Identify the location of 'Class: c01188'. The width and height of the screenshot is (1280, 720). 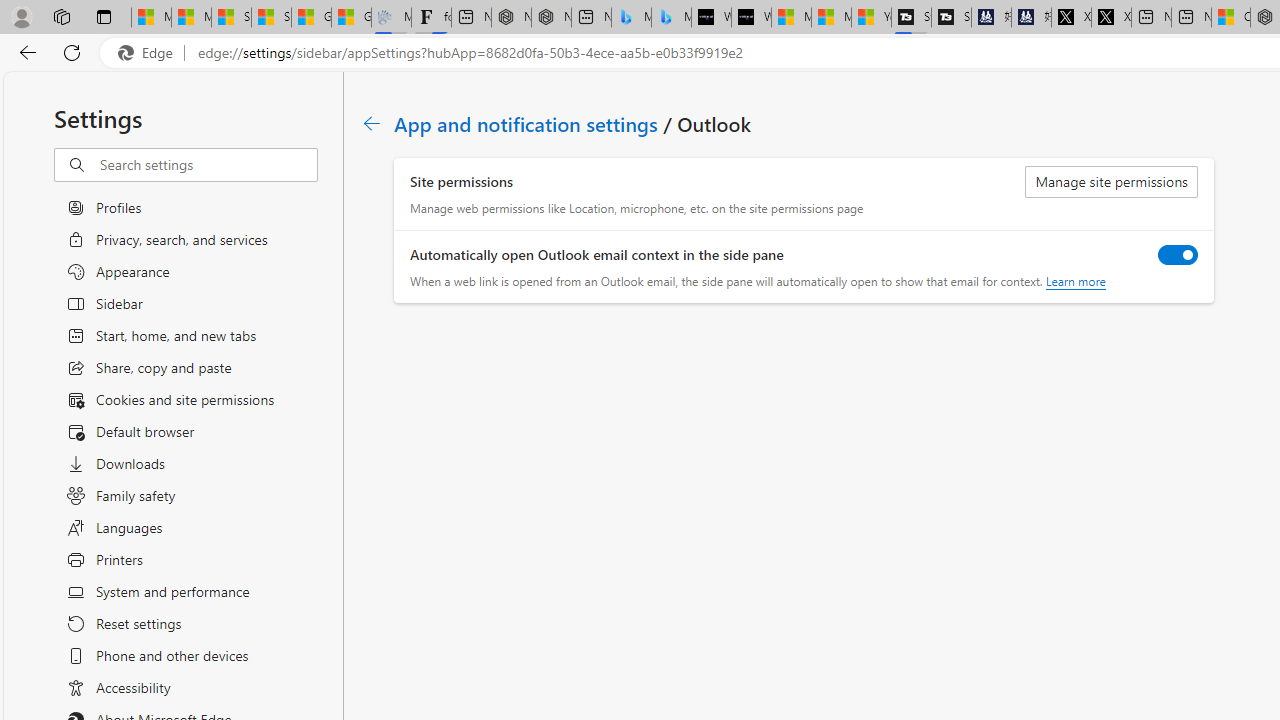
(371, 123).